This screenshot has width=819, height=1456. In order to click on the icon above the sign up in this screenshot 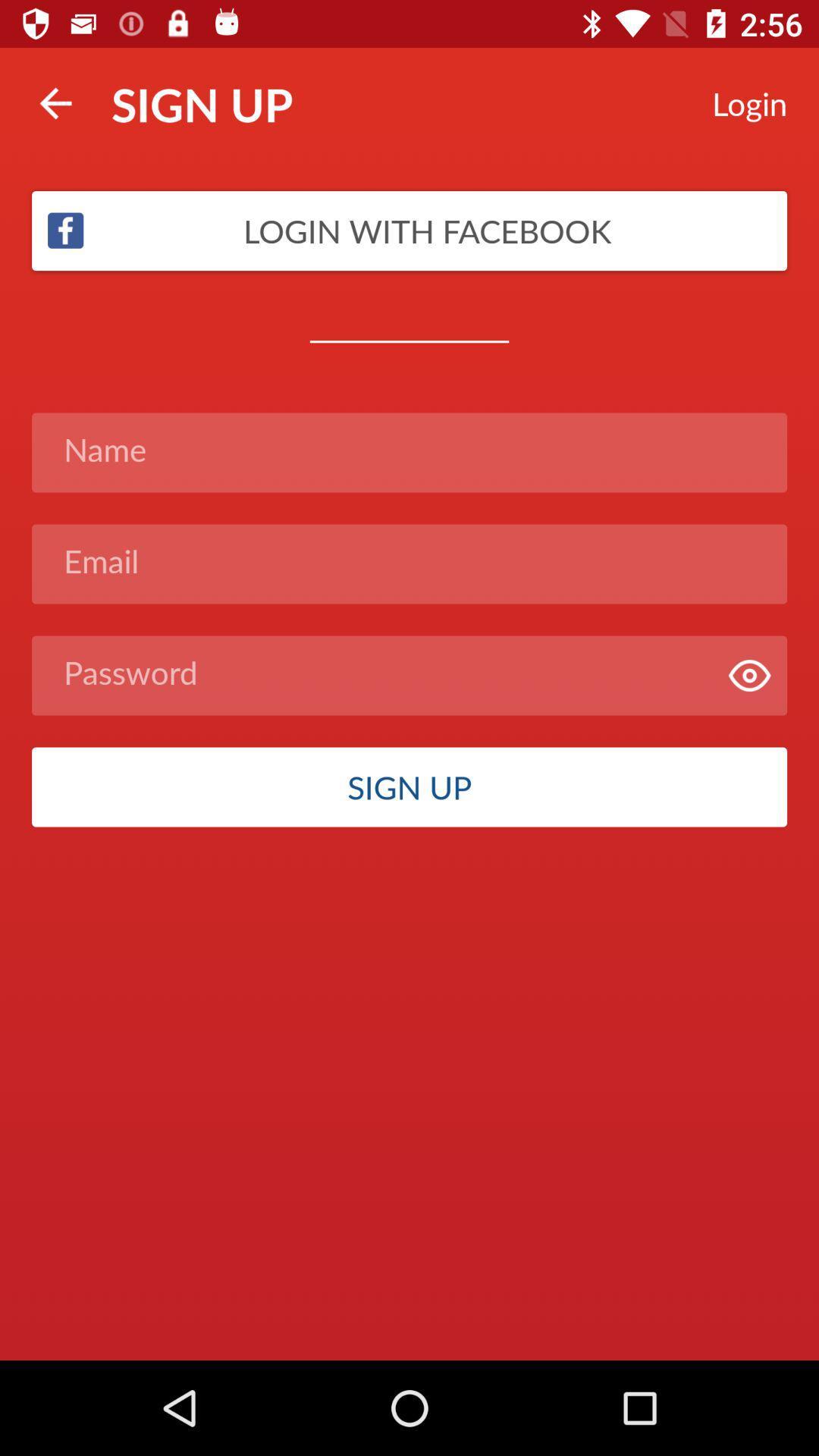, I will do `click(748, 675)`.